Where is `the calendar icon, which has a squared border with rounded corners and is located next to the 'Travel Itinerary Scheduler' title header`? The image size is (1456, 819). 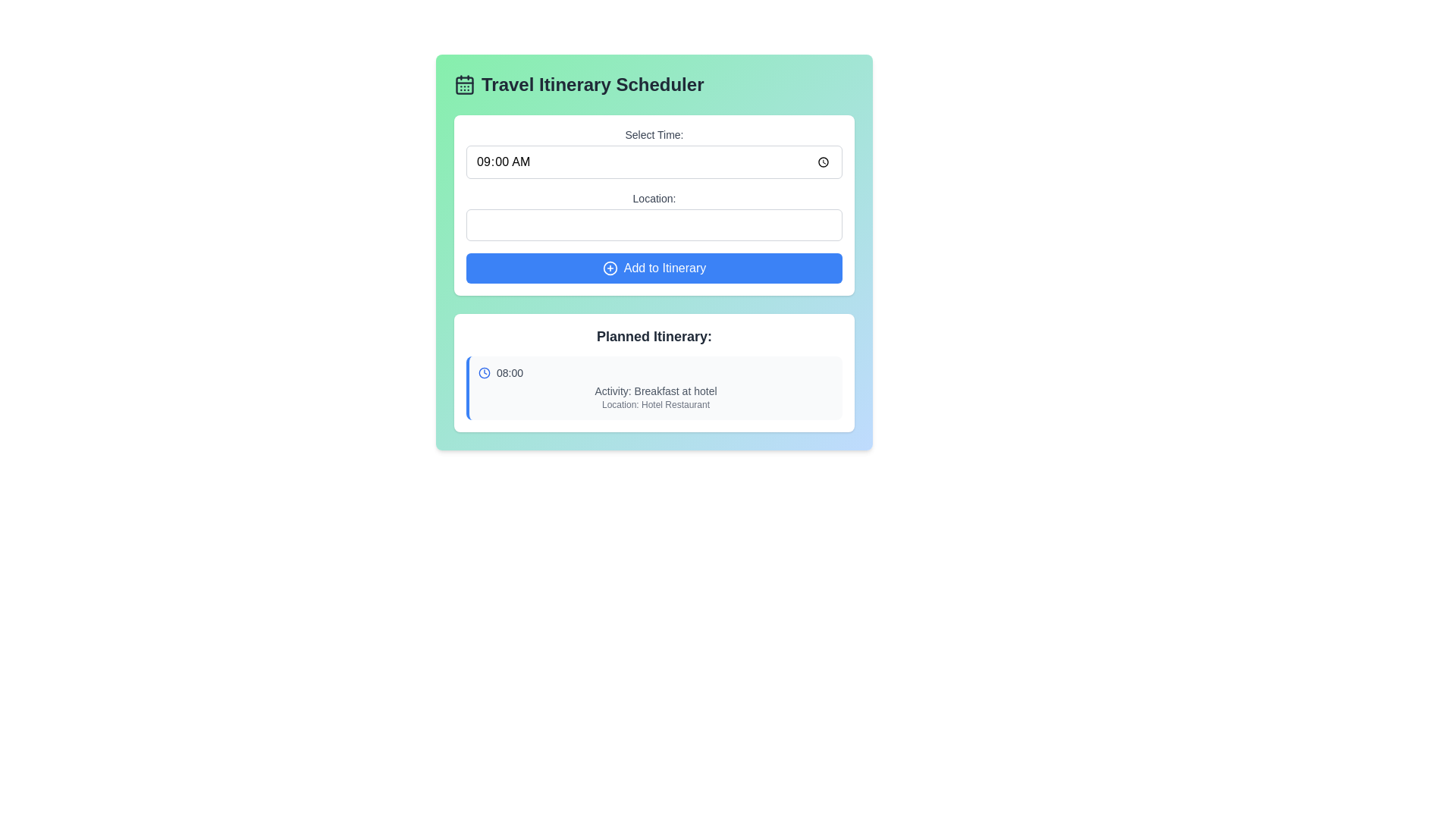
the calendar icon, which has a squared border with rounded corners and is located next to the 'Travel Itinerary Scheduler' title header is located at coordinates (464, 84).